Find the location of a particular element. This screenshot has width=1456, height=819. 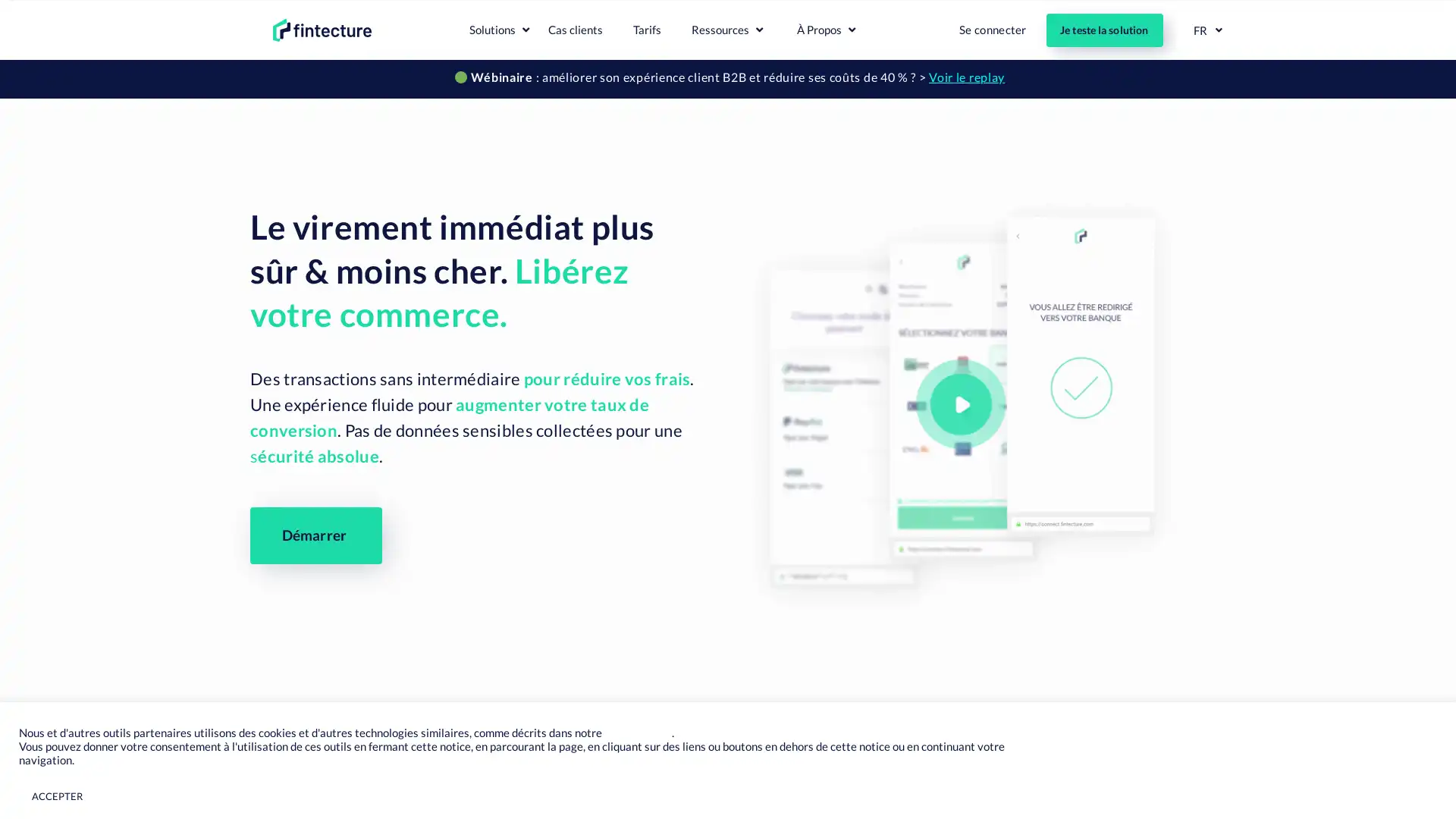

Je teste la solution is located at coordinates (1105, 30).